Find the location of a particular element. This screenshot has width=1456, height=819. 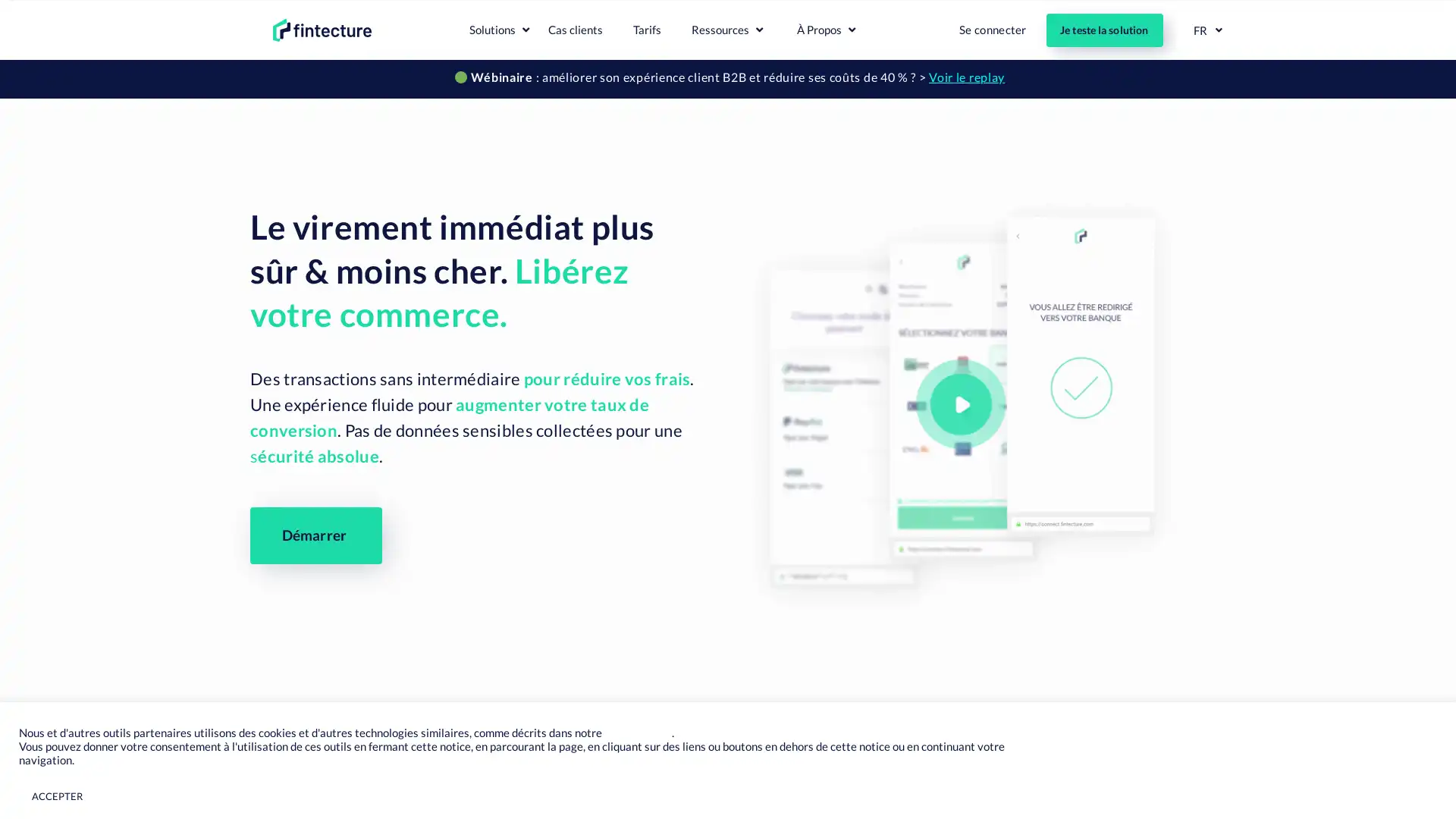

Je teste la solution is located at coordinates (1105, 30).